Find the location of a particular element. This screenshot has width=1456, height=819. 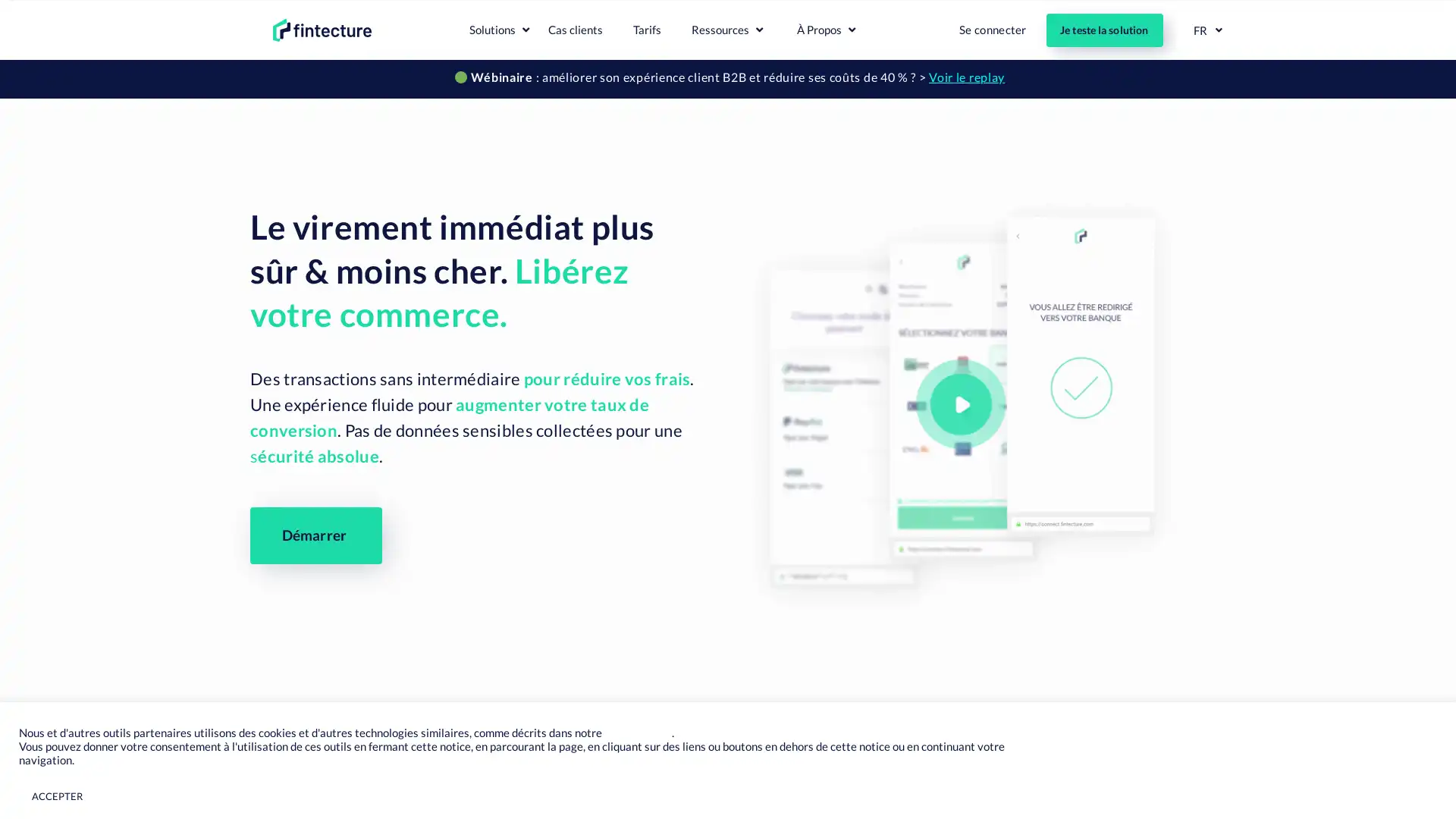

Je teste la solution is located at coordinates (1105, 30).